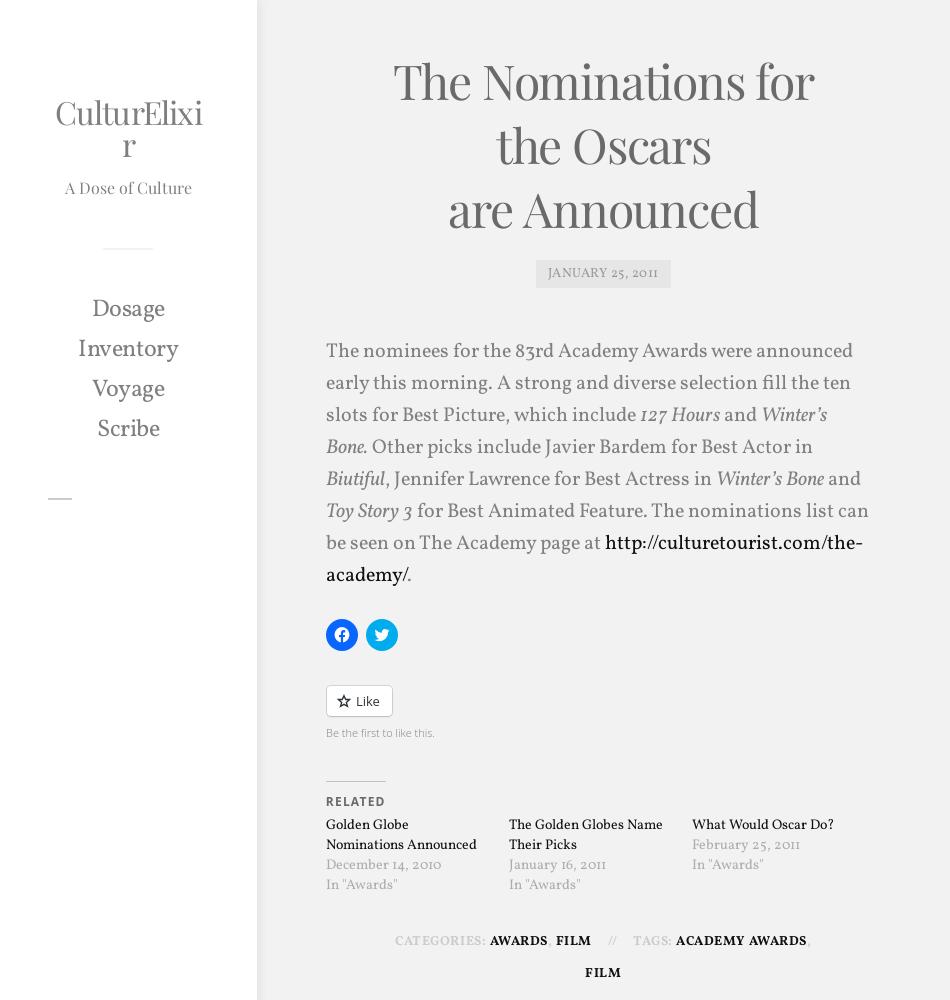  What do you see at coordinates (676, 939) in the screenshot?
I see `'Academy Awards'` at bounding box center [676, 939].